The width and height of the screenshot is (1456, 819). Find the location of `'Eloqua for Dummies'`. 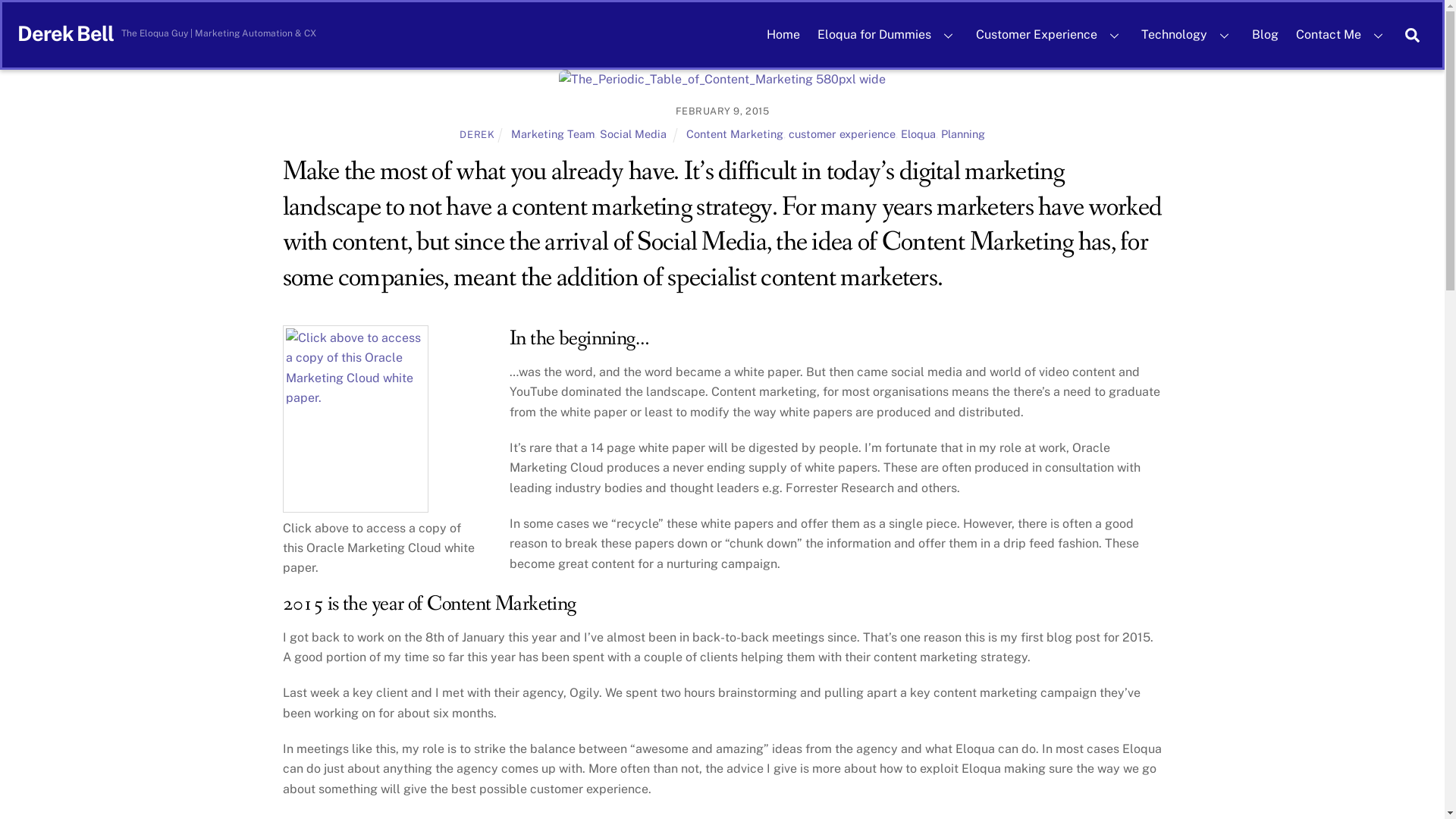

'Eloqua for Dummies' is located at coordinates (887, 34).